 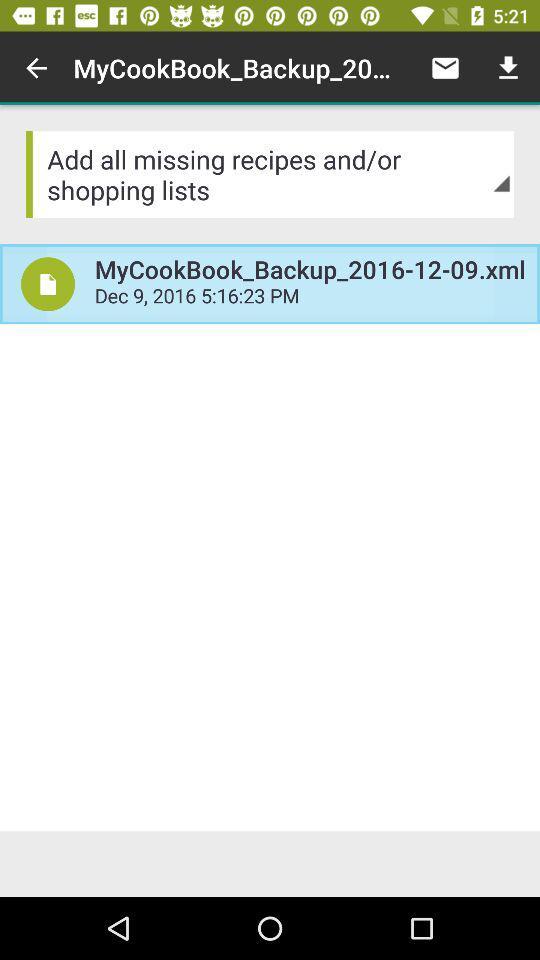 What do you see at coordinates (445, 68) in the screenshot?
I see `item above add all missing` at bounding box center [445, 68].